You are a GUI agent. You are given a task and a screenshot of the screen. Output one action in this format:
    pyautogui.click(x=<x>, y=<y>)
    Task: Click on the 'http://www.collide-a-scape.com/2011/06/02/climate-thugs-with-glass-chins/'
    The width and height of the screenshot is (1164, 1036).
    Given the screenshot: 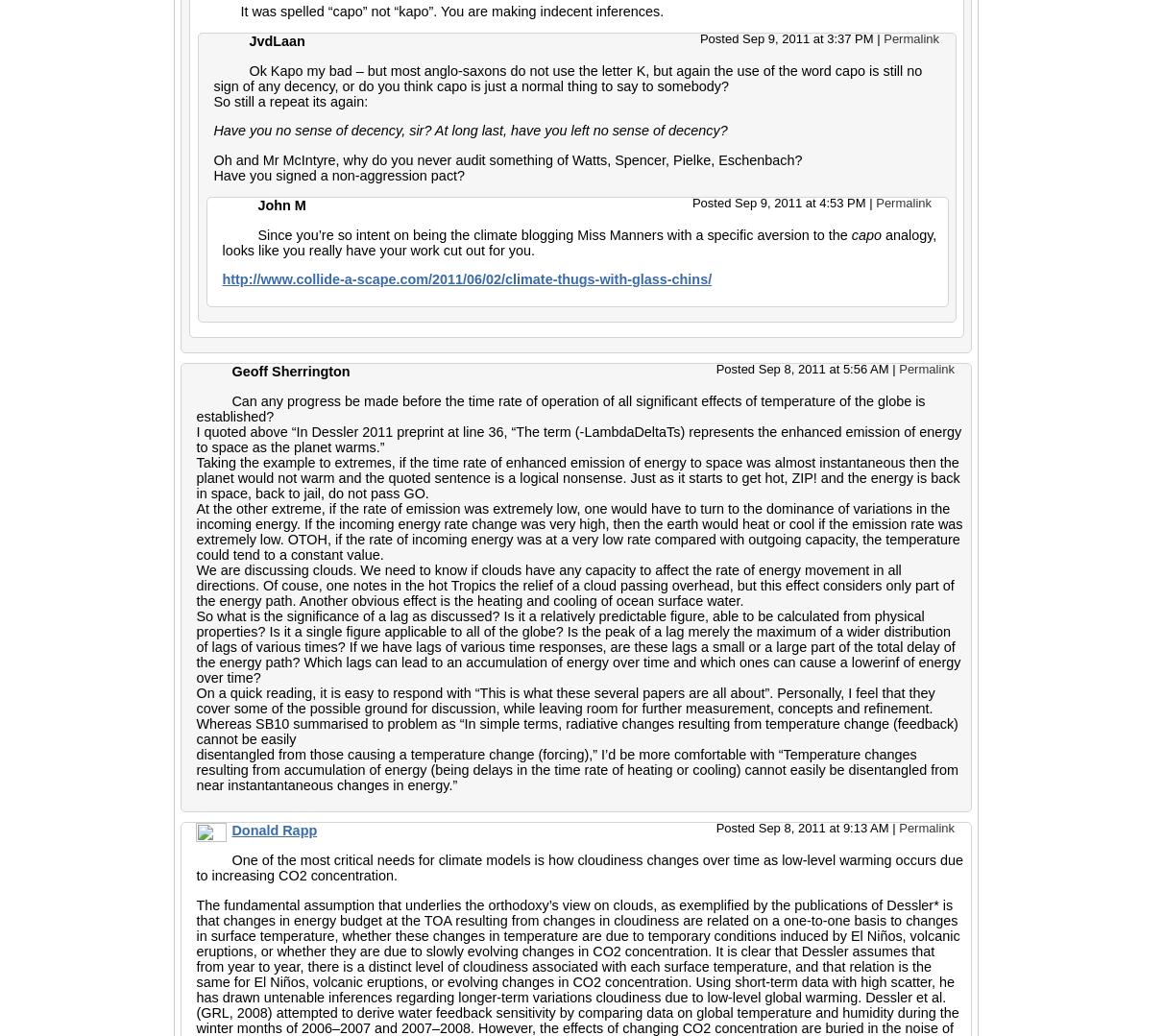 What is the action you would take?
    pyautogui.click(x=466, y=278)
    